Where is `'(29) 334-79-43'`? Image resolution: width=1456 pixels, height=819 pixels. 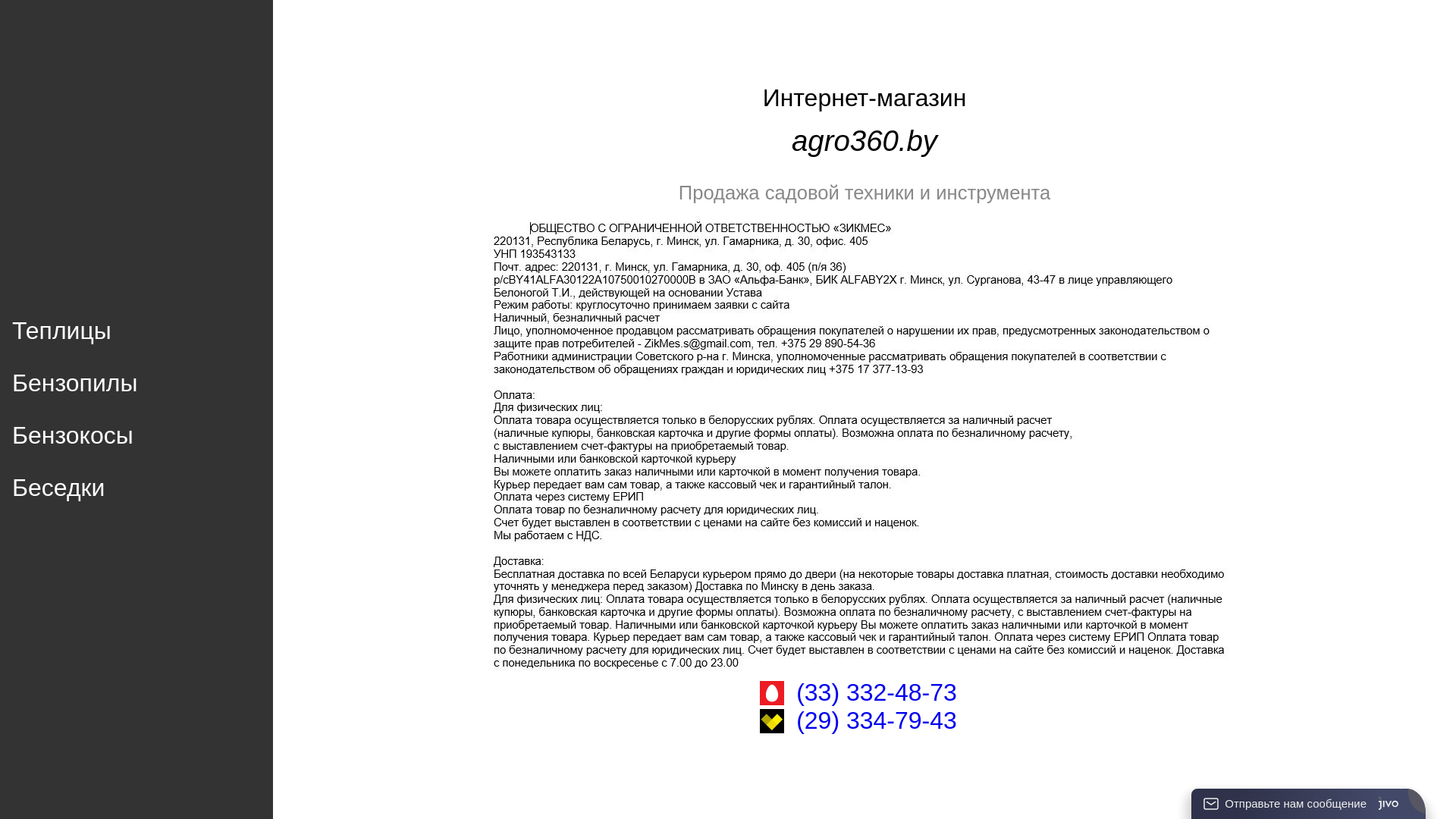 '(29) 334-79-43' is located at coordinates (877, 720).